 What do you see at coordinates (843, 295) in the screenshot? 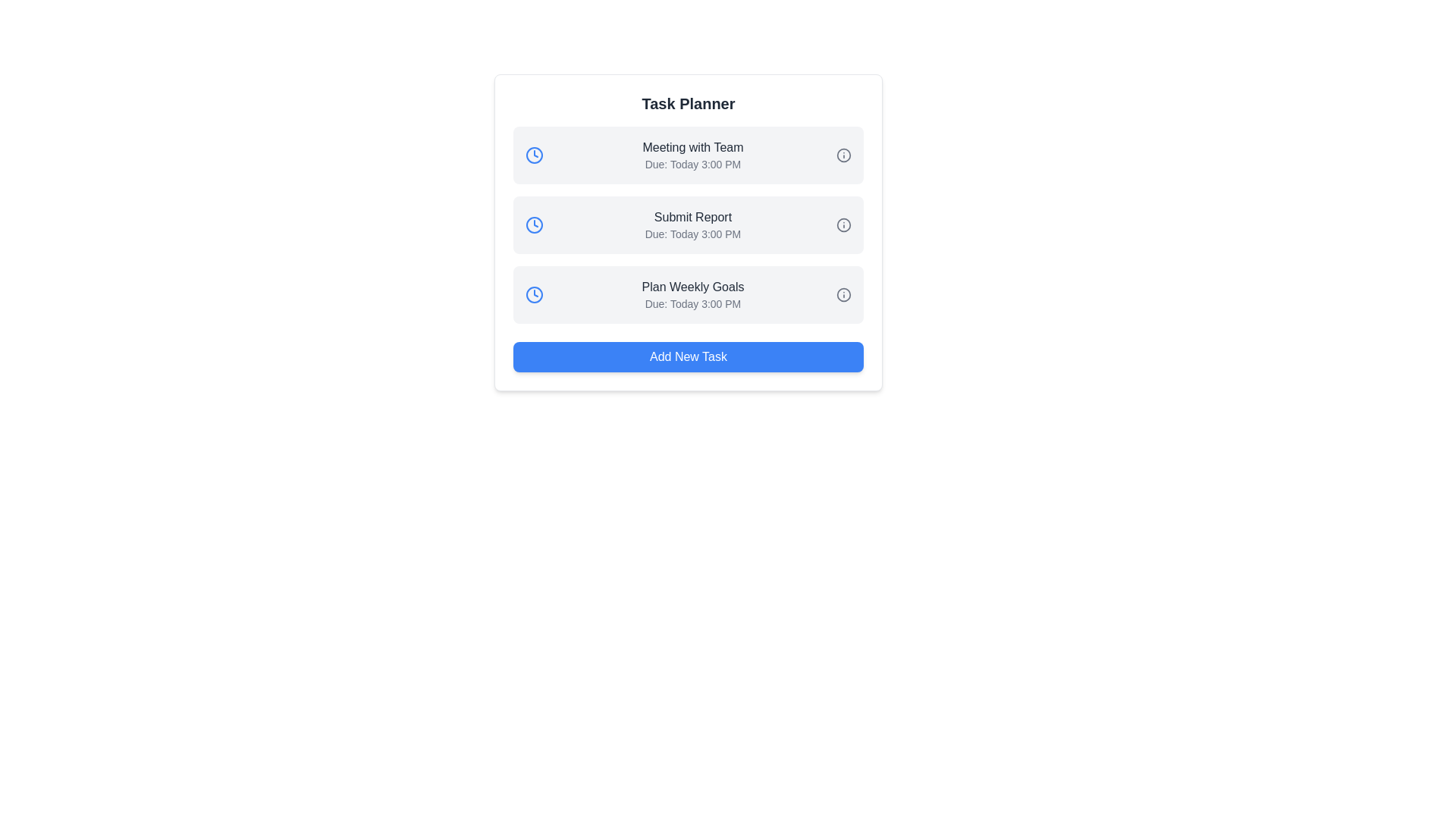
I see `the circular graphical element located on the right side of the 'Plan Weekly Goals' task item within the third task entry of the task list` at bounding box center [843, 295].